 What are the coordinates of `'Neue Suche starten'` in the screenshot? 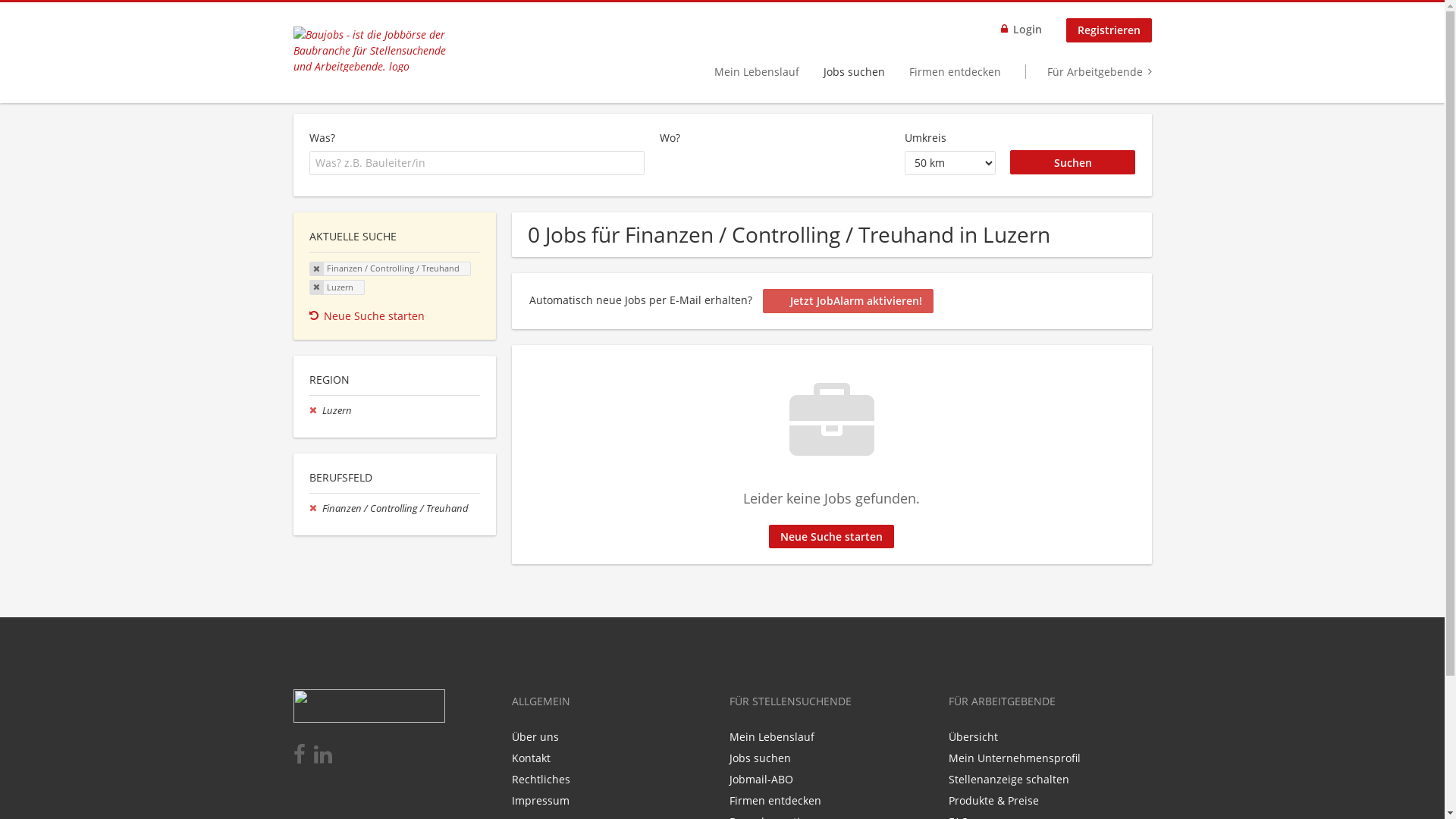 It's located at (830, 536).